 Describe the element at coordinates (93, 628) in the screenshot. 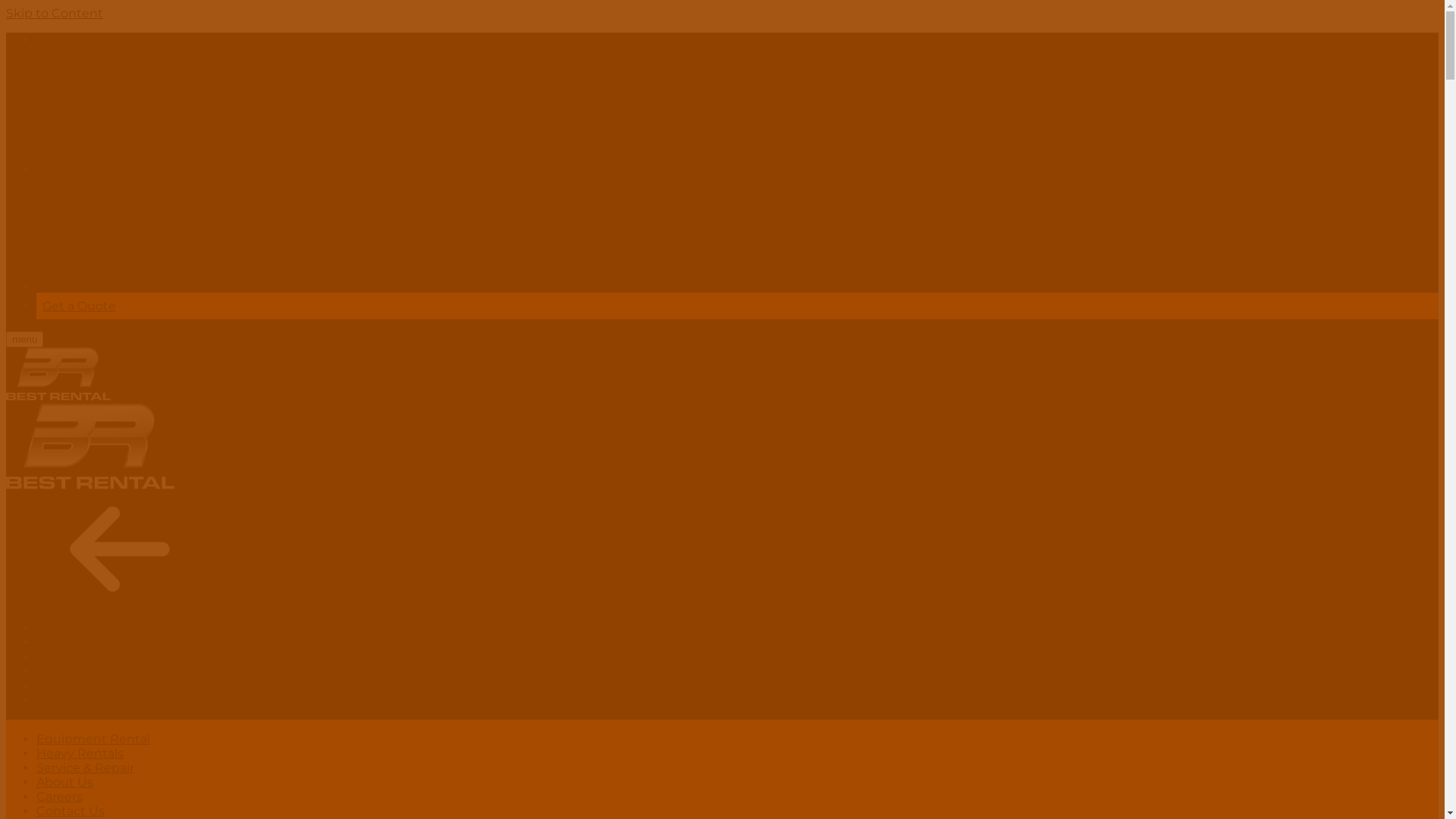

I see `'Equipment Rental'` at that location.